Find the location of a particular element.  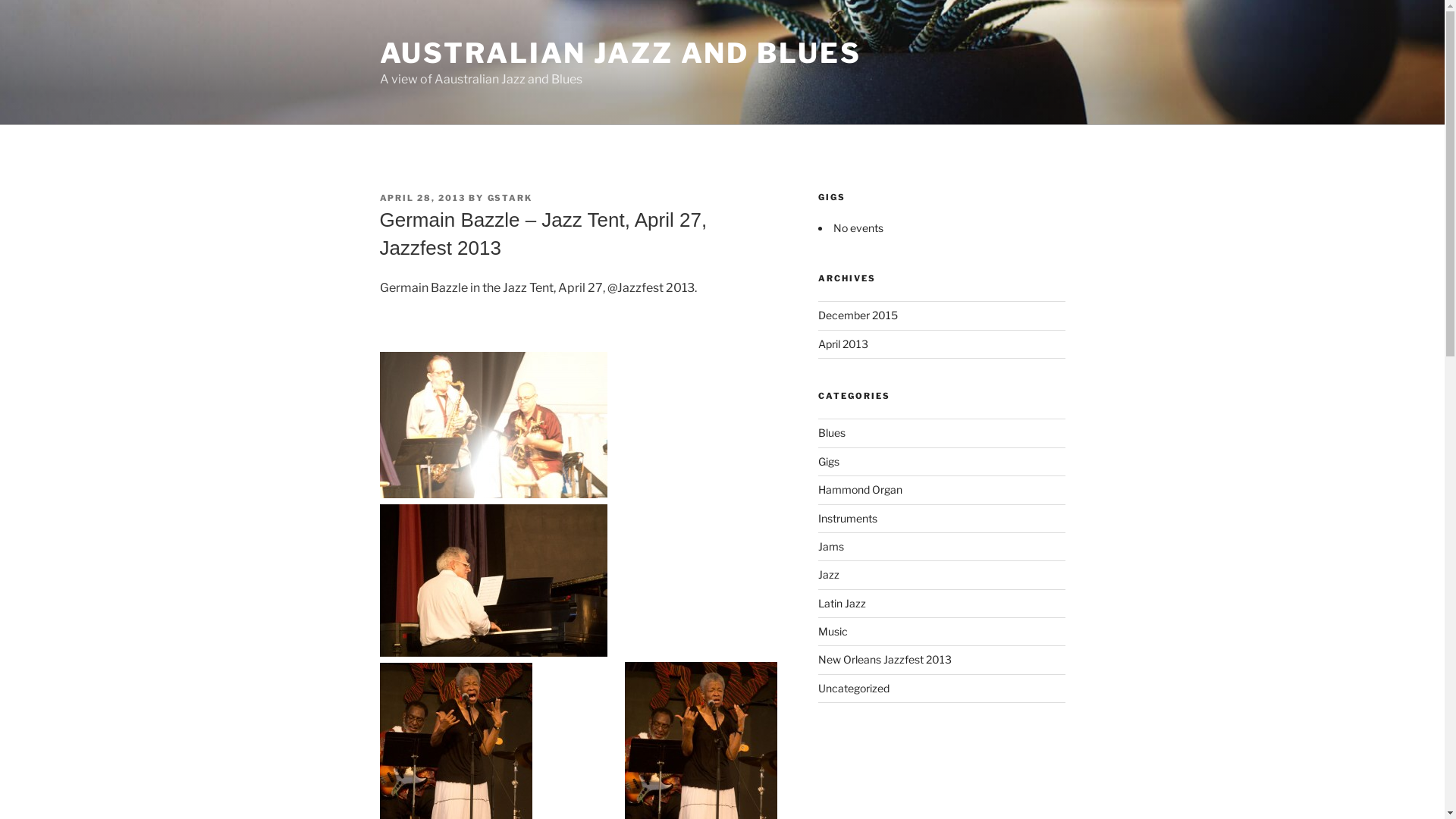

'Latin Jazz' is located at coordinates (841, 602).